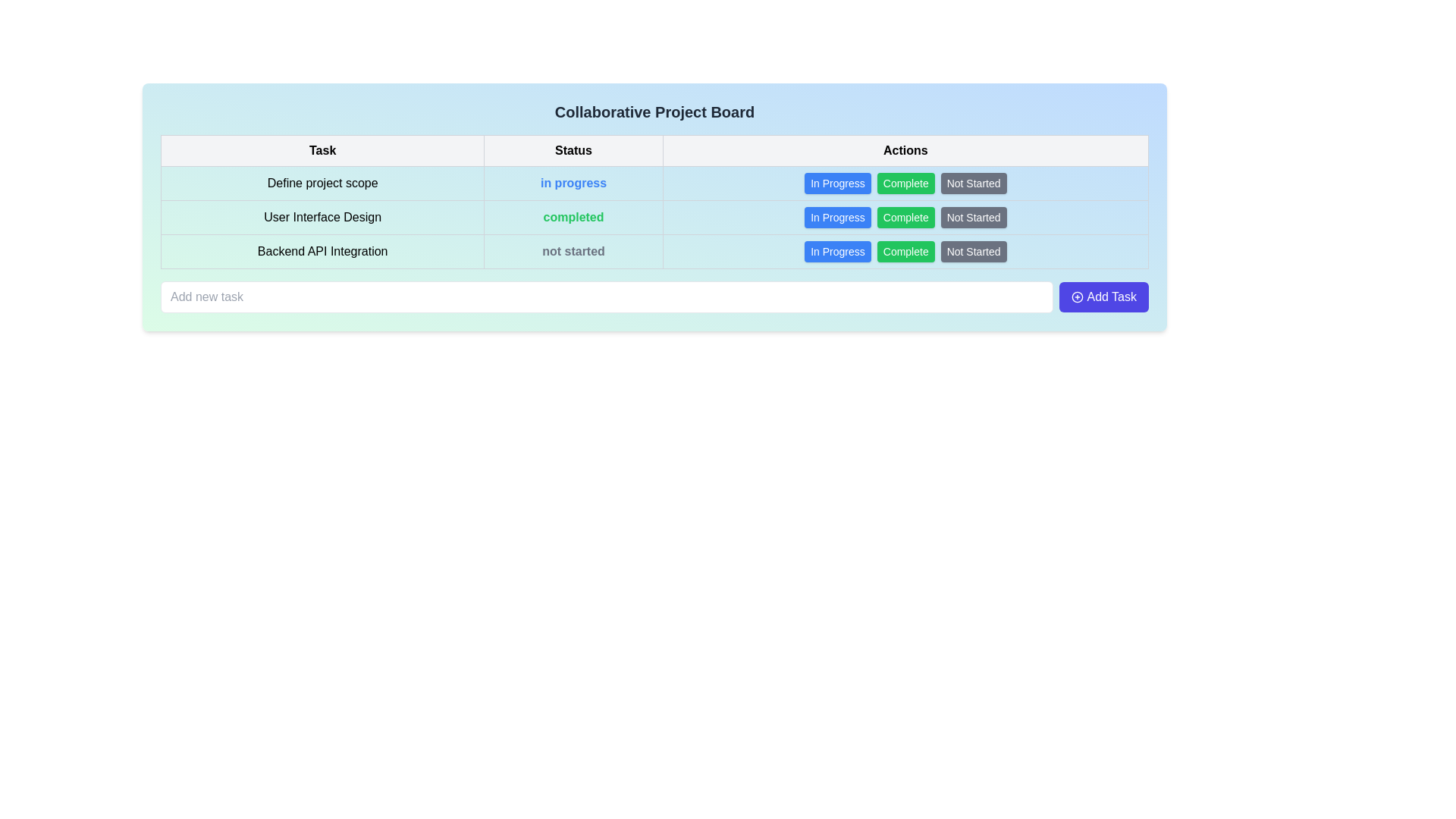 The image size is (1456, 819). I want to click on the green 'Complete' button with white text, located in the 'Actions' column of the last row of the table, to mark the task as complete, so click(905, 250).